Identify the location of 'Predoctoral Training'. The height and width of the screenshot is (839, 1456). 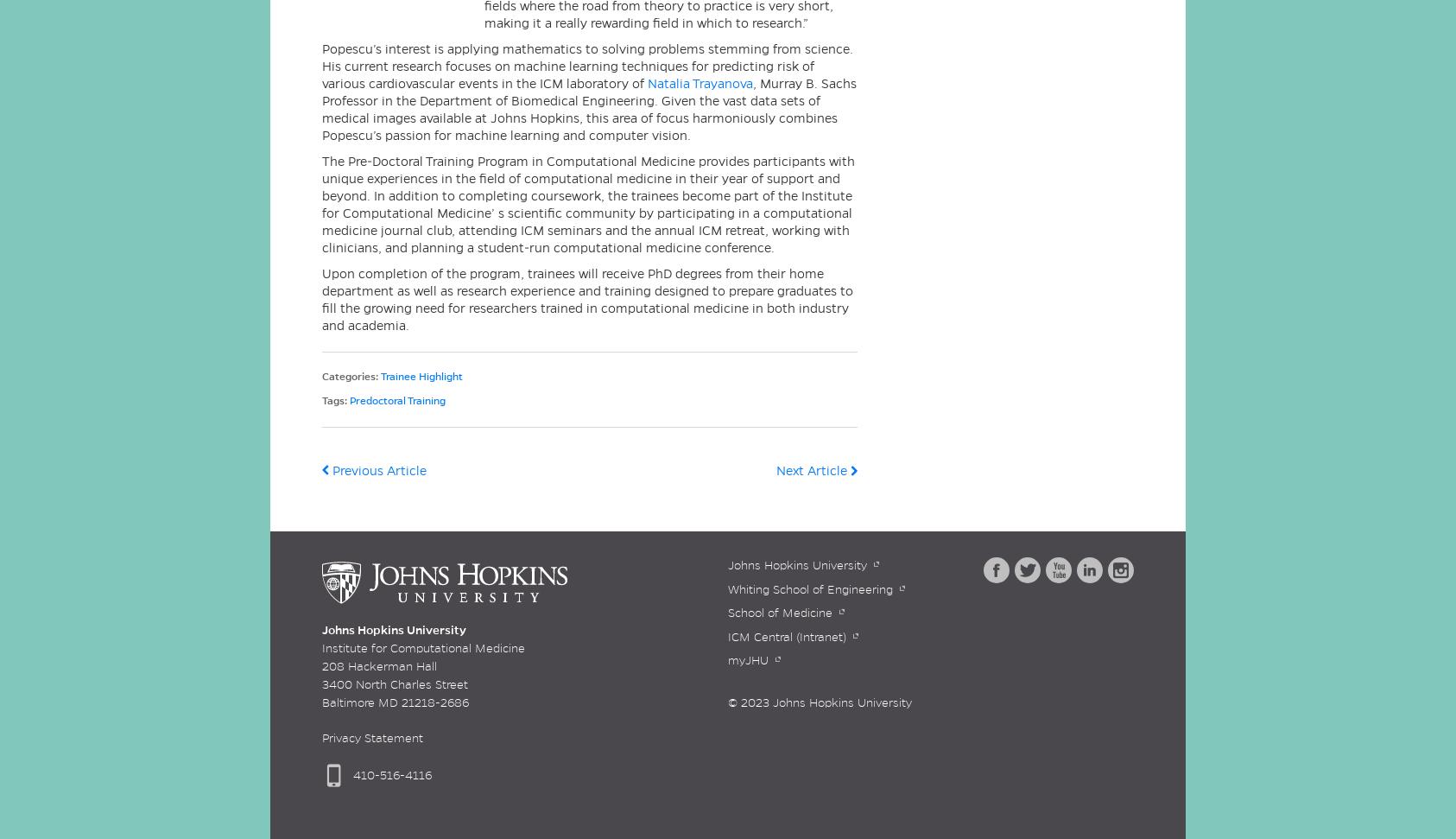
(397, 401).